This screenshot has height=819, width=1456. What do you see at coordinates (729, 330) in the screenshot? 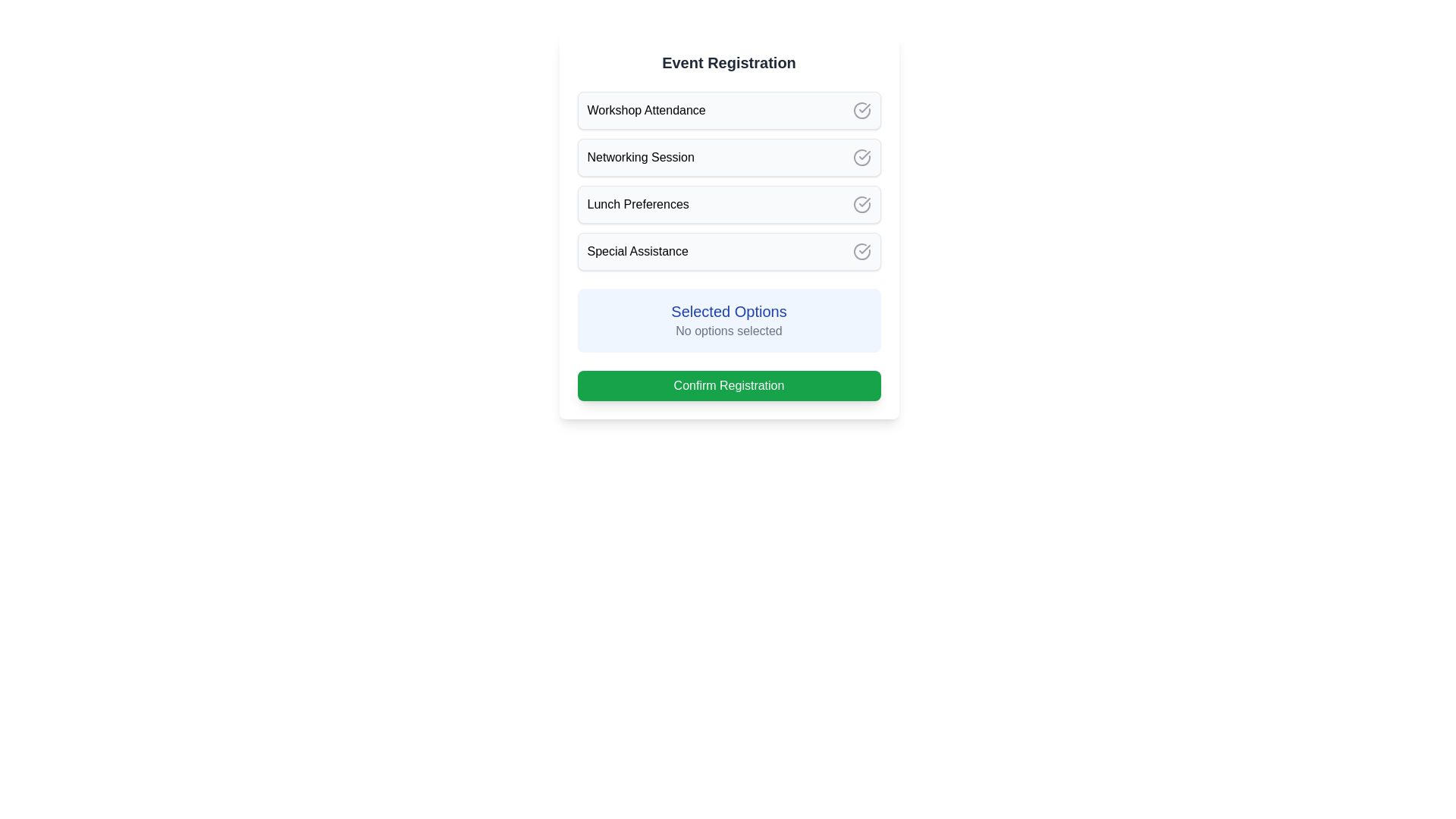
I see `the Text Label indicating no options have been selected, located within the light blue box labeled 'Selected Options', positioned below the title 'Selected Options' and above the green 'Confirm Registration' button` at bounding box center [729, 330].